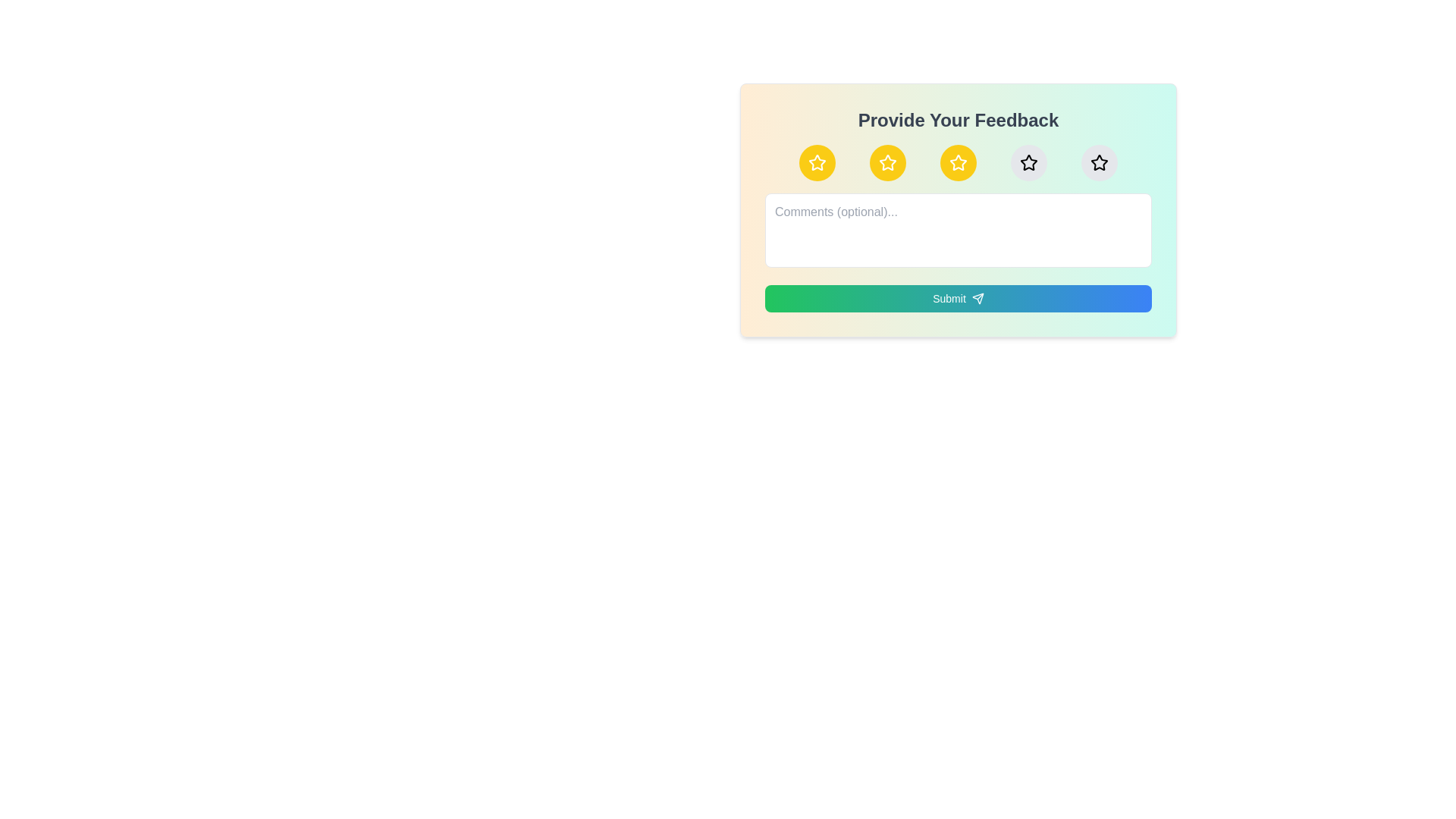 This screenshot has height=819, width=1456. What do you see at coordinates (817, 163) in the screenshot?
I see `the star corresponding to the desired rating 1` at bounding box center [817, 163].